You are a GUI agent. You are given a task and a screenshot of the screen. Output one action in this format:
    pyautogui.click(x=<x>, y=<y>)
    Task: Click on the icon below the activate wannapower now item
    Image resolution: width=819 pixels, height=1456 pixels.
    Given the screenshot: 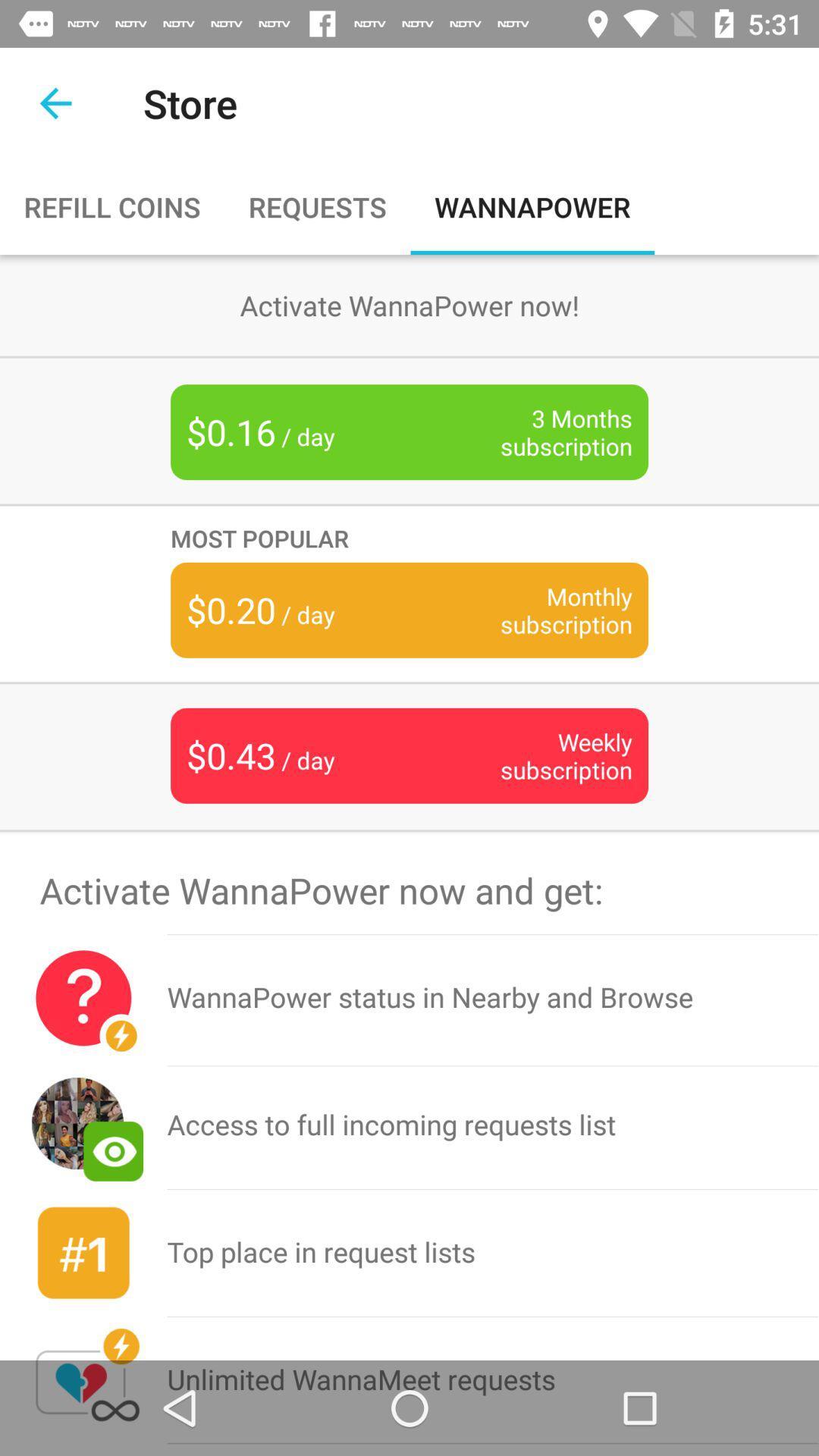 What is the action you would take?
    pyautogui.click(x=83, y=998)
    